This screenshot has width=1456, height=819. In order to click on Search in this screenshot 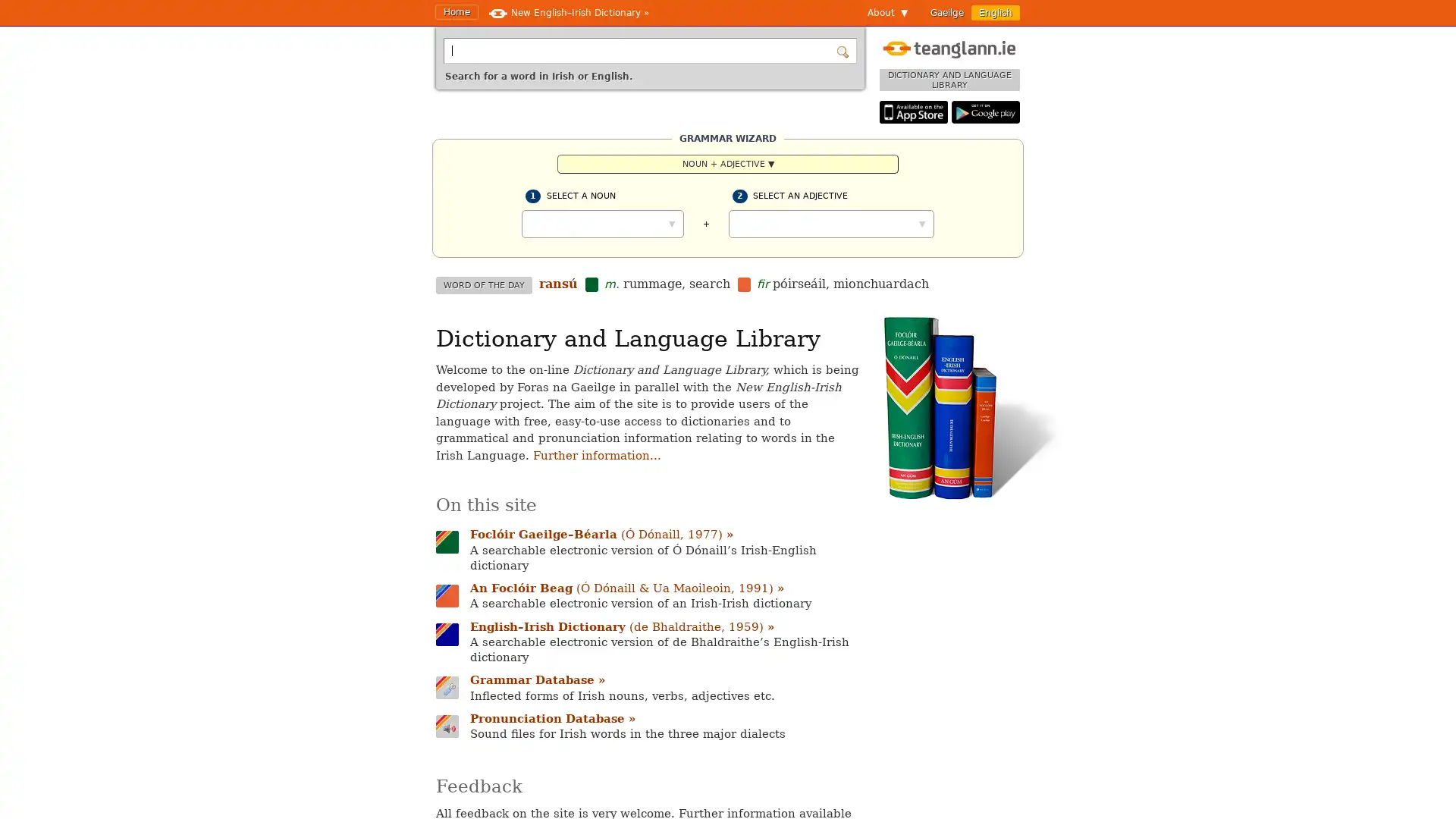, I will do `click(843, 49)`.